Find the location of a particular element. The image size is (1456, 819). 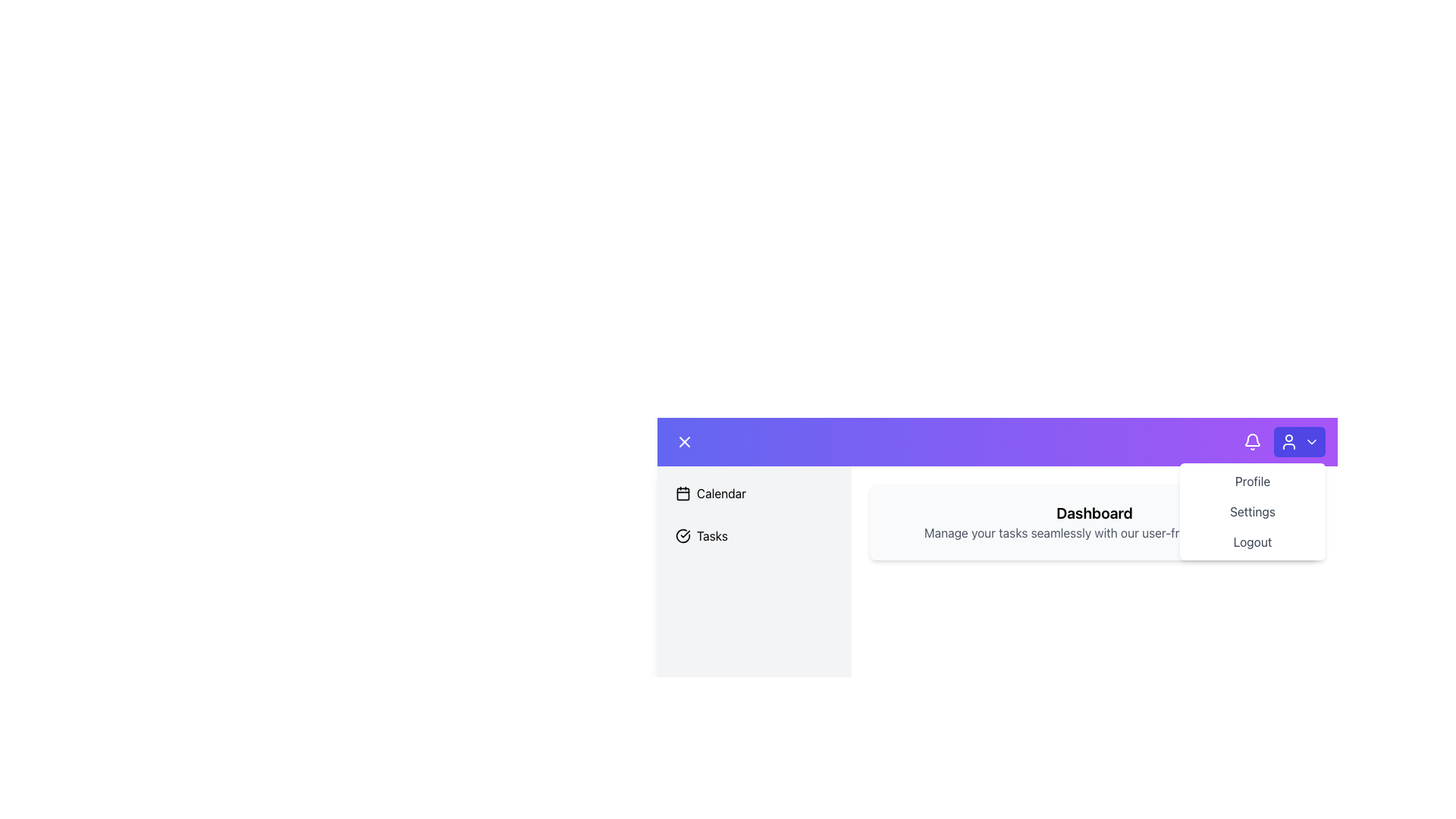

the first item in the dropdown menu that allows the user is located at coordinates (1252, 482).